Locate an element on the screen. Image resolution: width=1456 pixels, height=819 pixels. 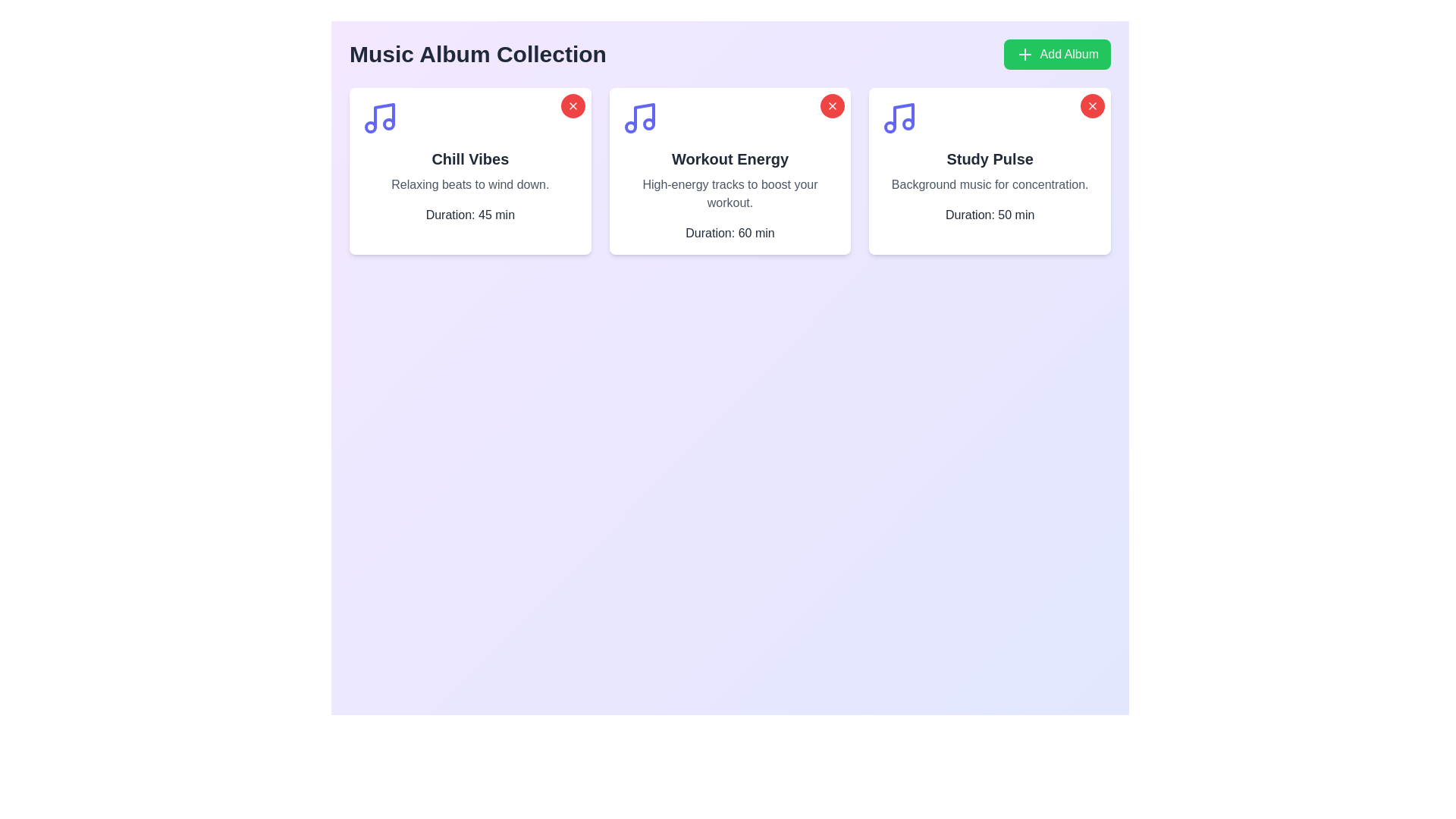
text label displaying 'Relaxing beats to wind down.' located in the card under the header 'Chill Vibes' is located at coordinates (469, 184).